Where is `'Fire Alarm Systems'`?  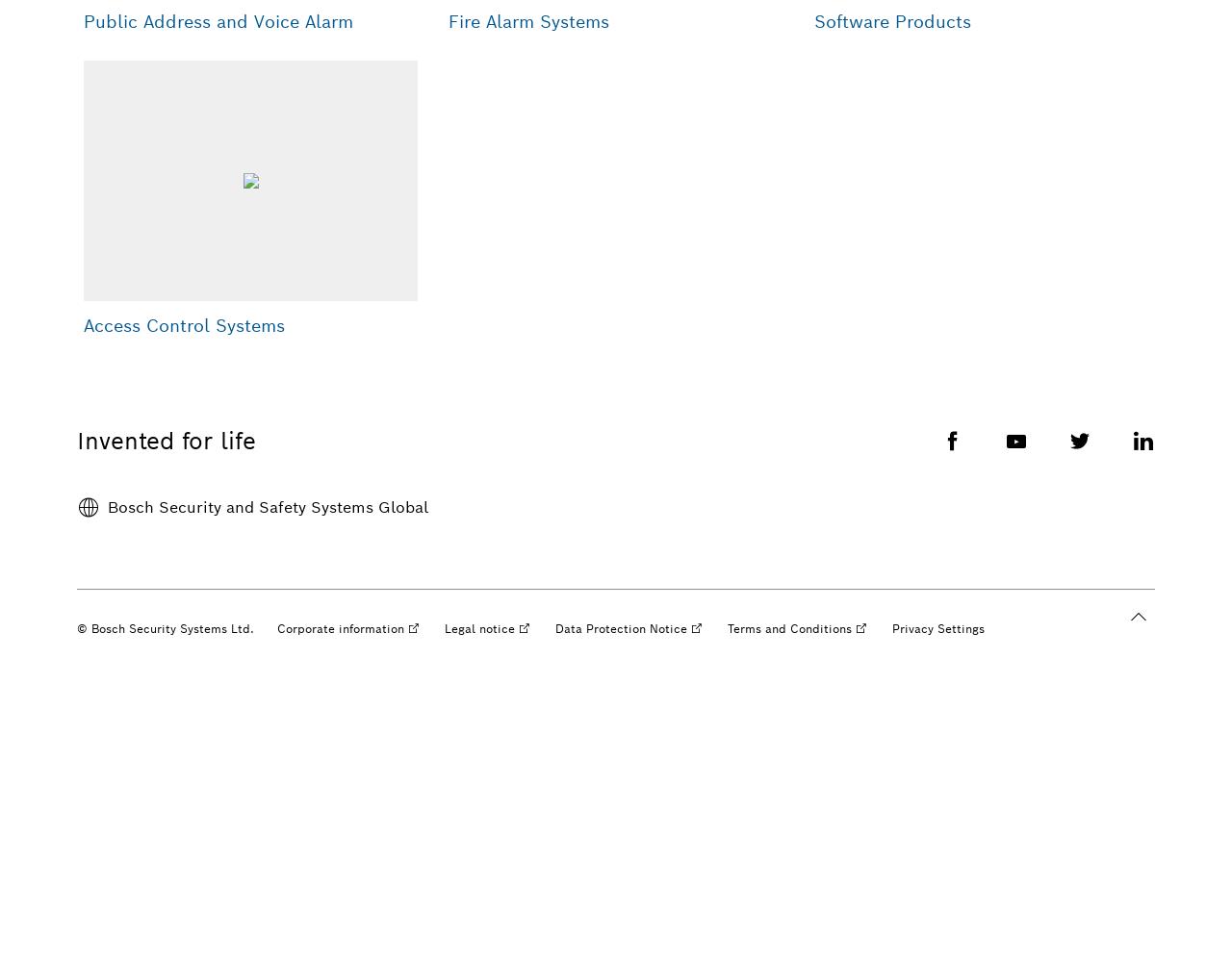
'Fire Alarm Systems' is located at coordinates (528, 20).